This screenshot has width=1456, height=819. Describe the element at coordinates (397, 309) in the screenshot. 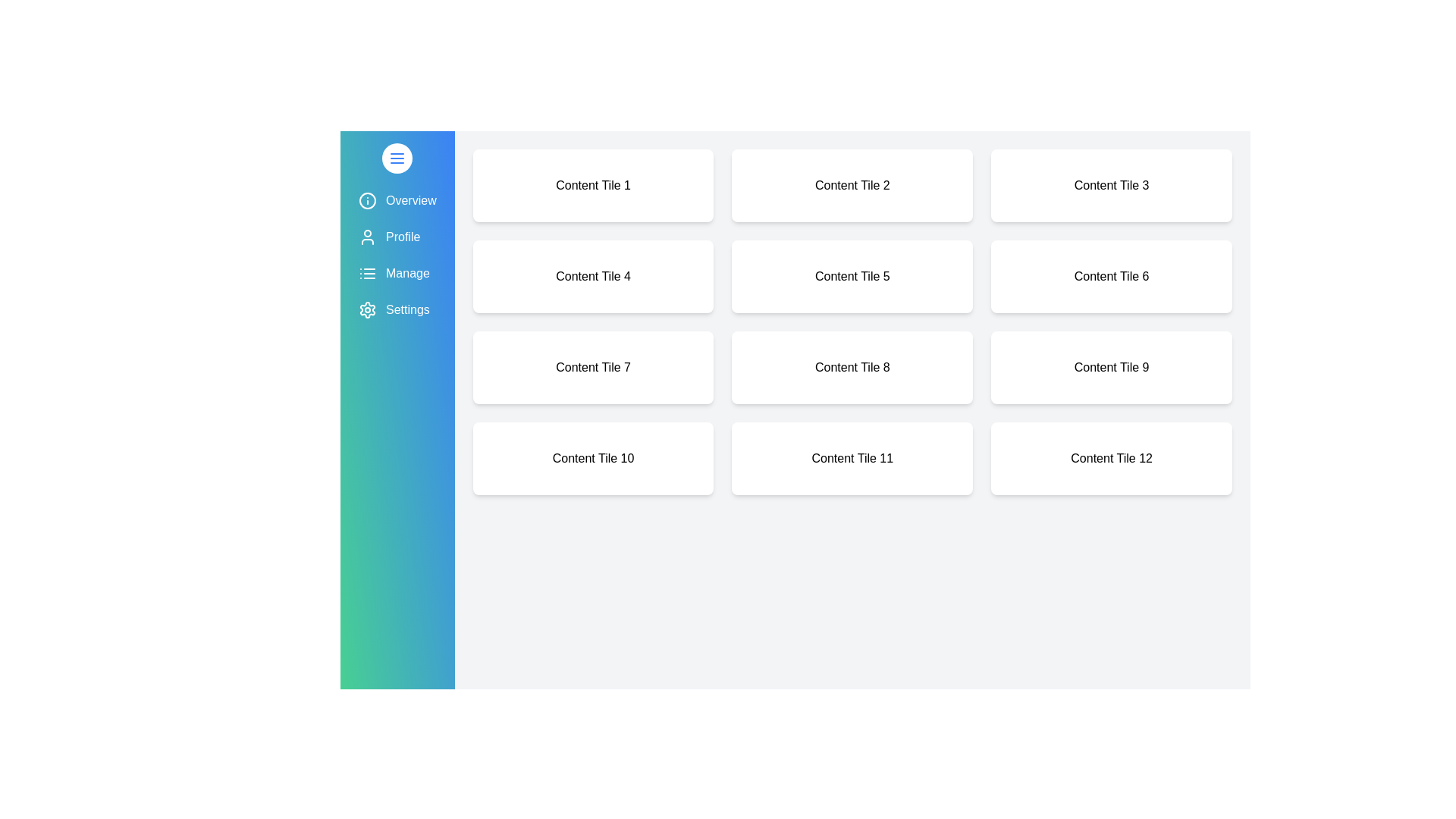

I see `the menu item labeled Settings` at that location.